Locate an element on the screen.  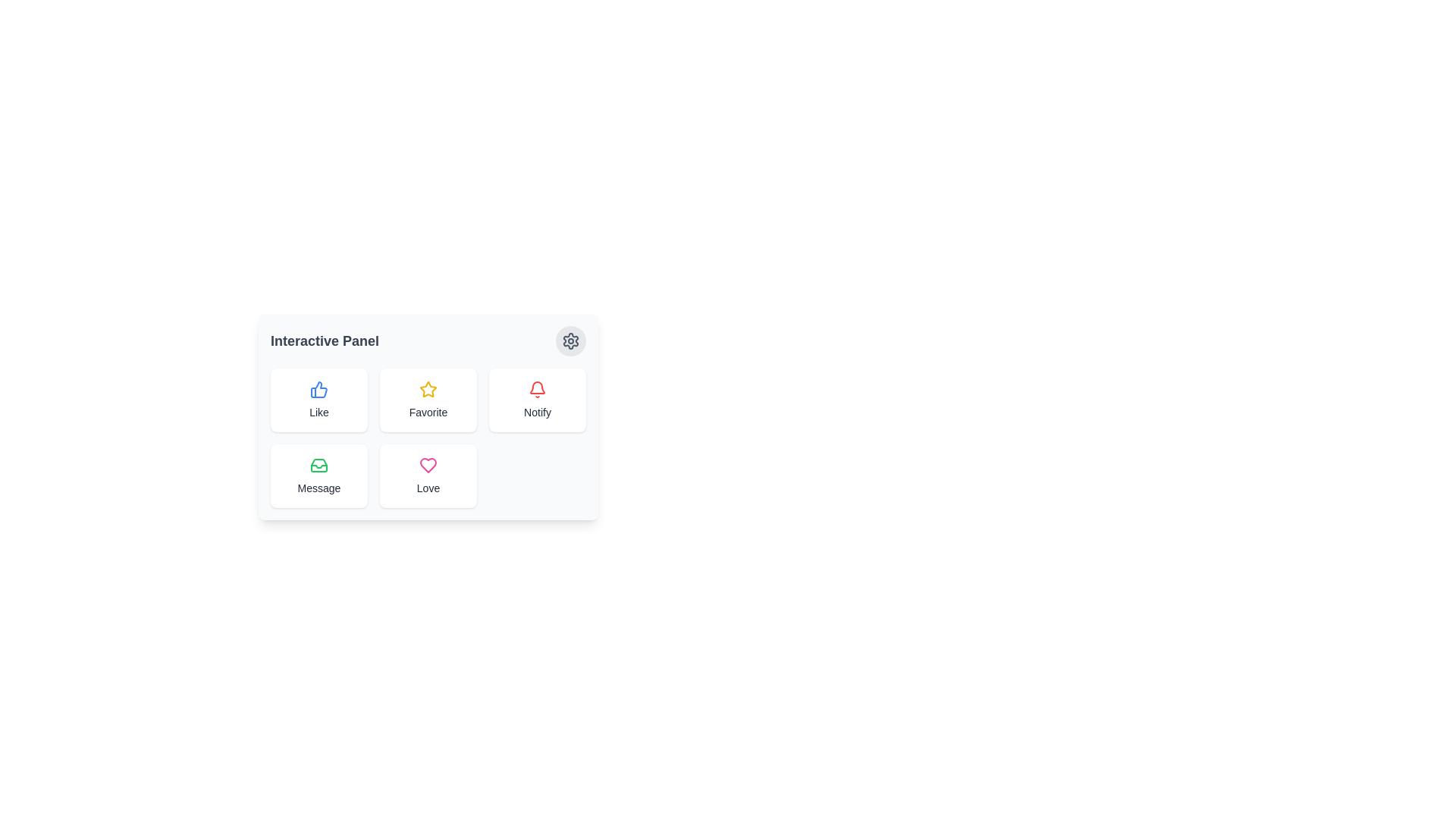
the green inbox icon labeled 'Message' located is located at coordinates (318, 464).